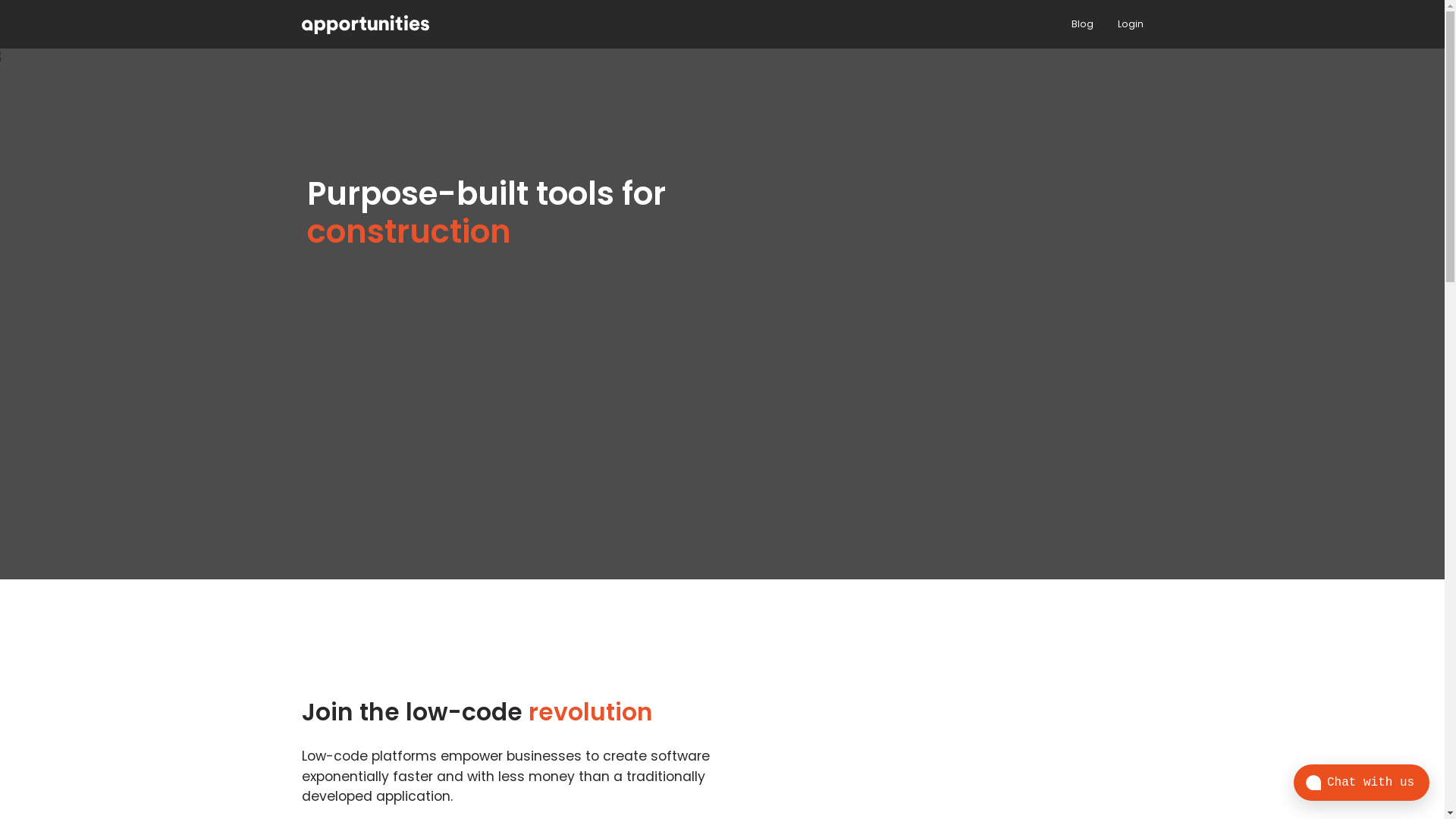 Image resolution: width=1456 pixels, height=819 pixels. What do you see at coordinates (1361, 783) in the screenshot?
I see `'Chat with us'` at bounding box center [1361, 783].